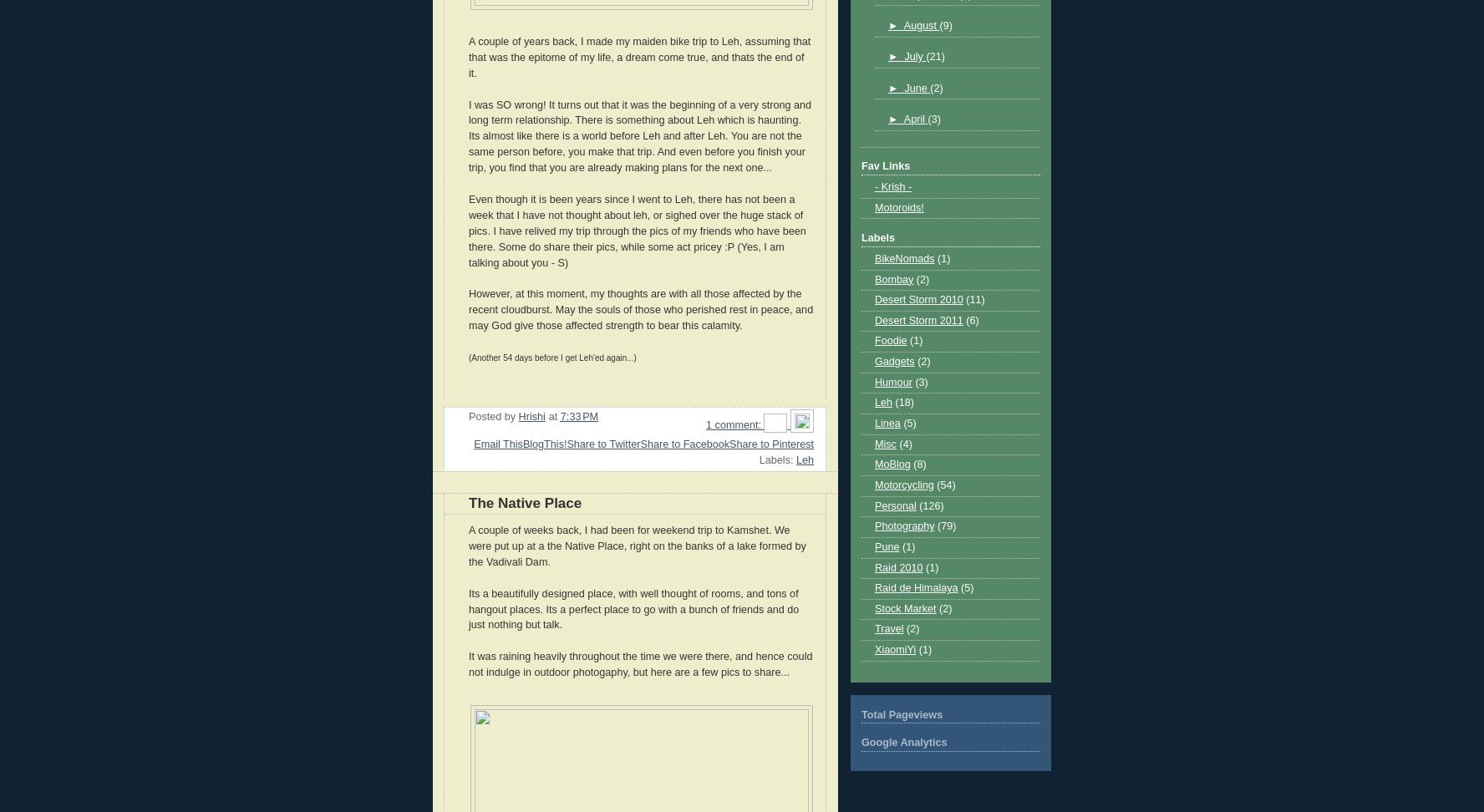  What do you see at coordinates (917, 298) in the screenshot?
I see `'Desert Storm 2010'` at bounding box center [917, 298].